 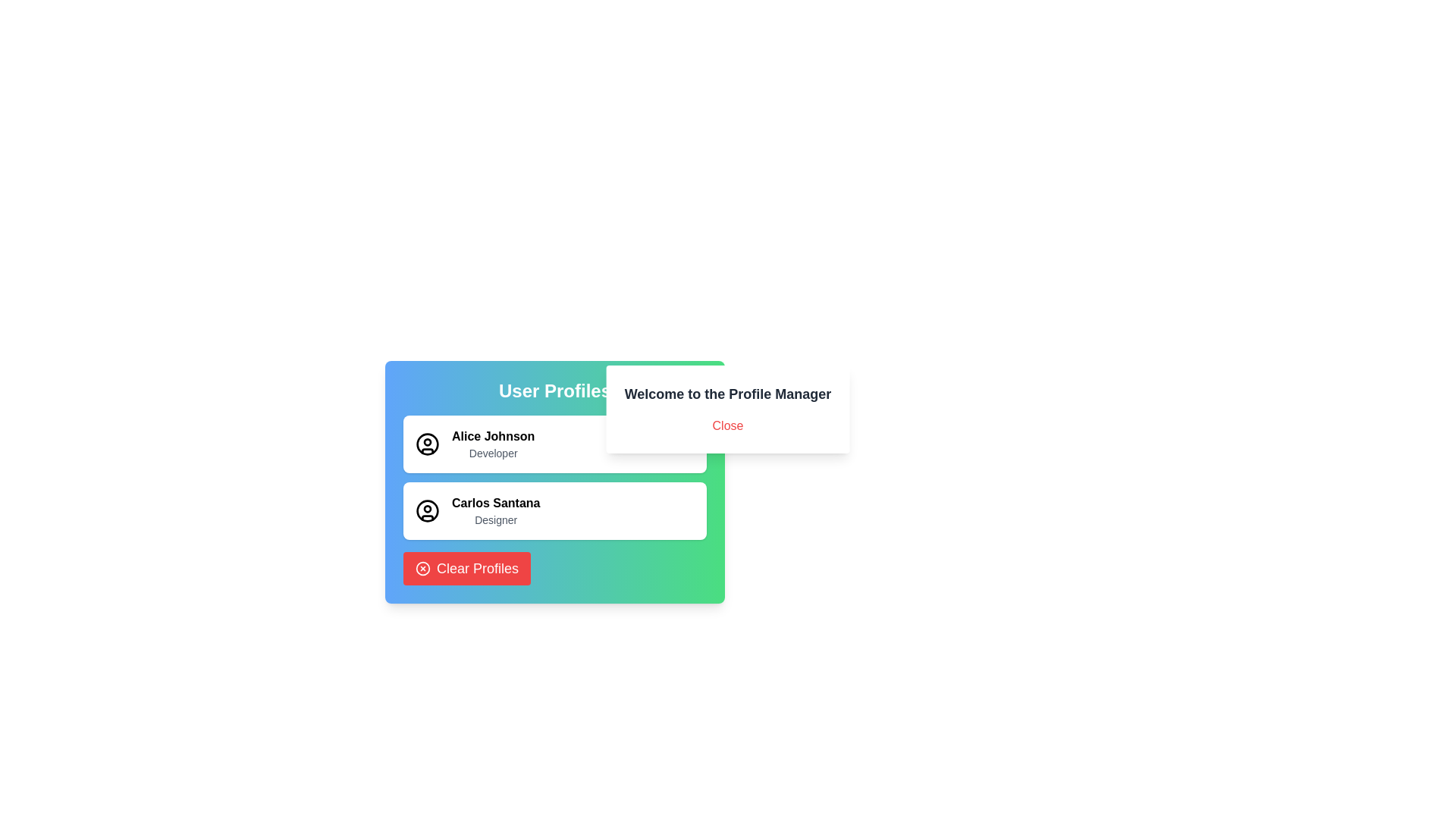 I want to click on the Avatar Icon representing 'Carlos Santana' within the second profile card in the 'User Profiles' section, so click(x=427, y=511).